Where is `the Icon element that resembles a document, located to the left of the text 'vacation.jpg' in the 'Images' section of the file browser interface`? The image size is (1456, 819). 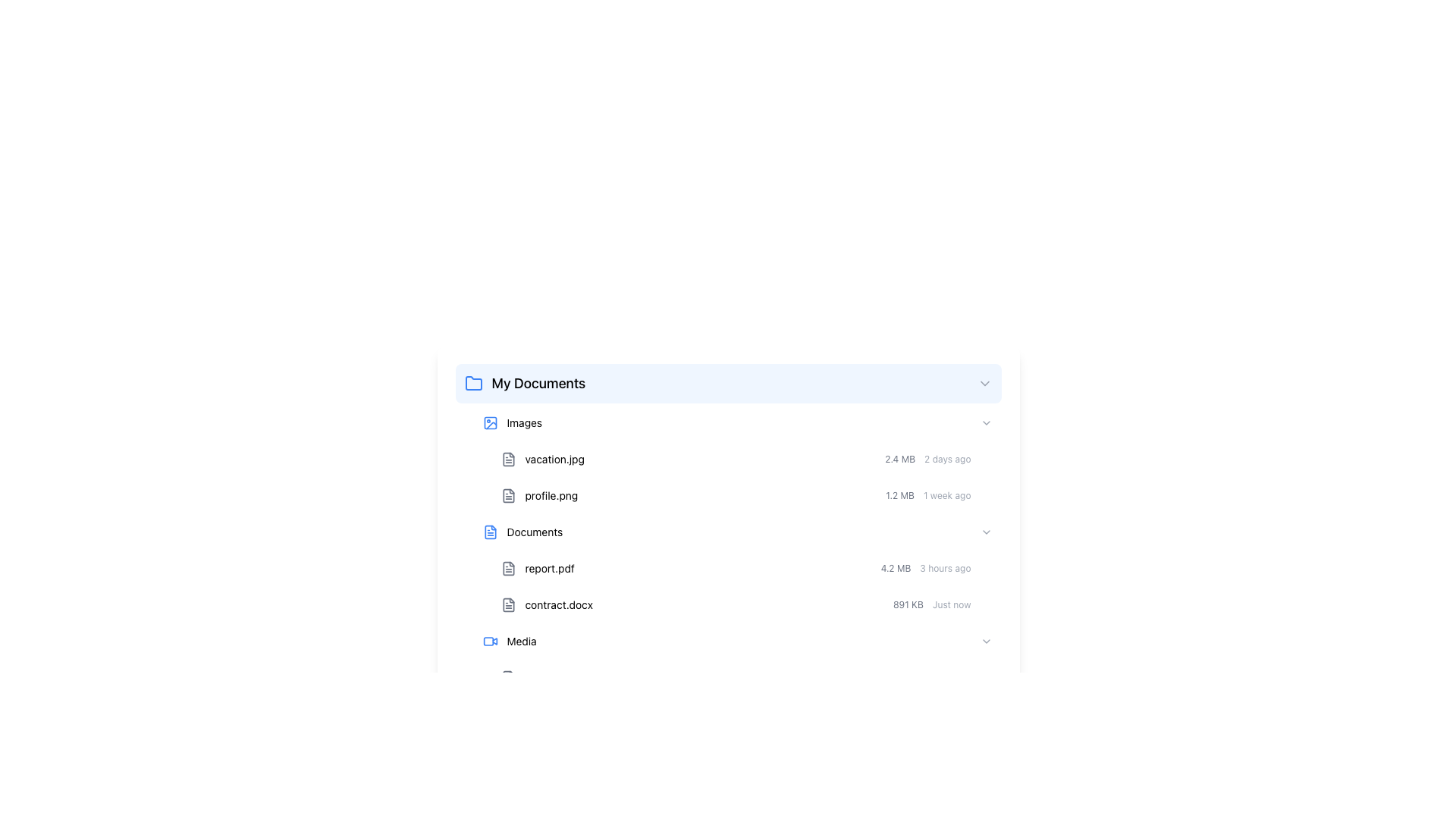 the Icon element that resembles a document, located to the left of the text 'vacation.jpg' in the 'Images' section of the file browser interface is located at coordinates (508, 458).